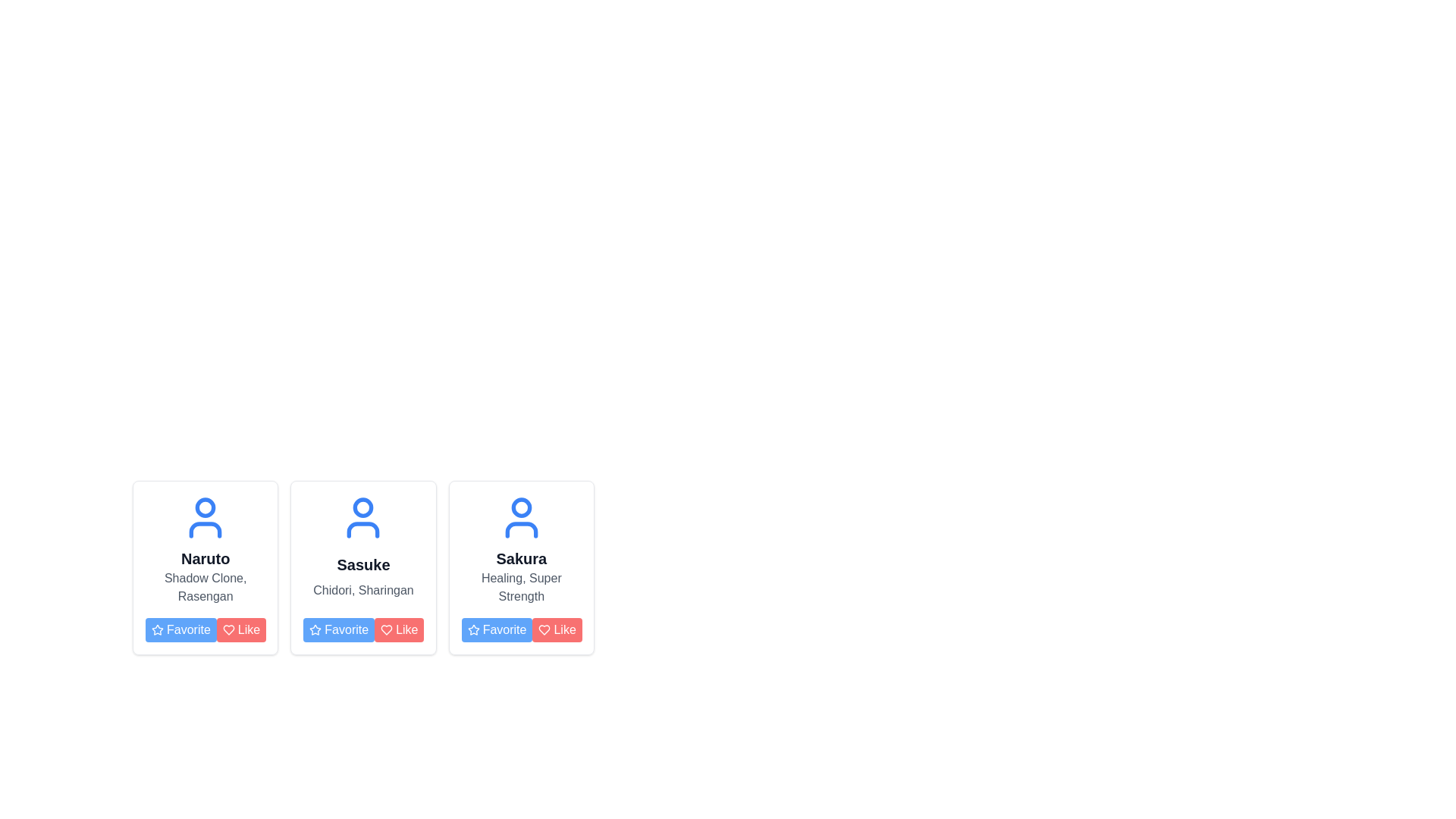 The height and width of the screenshot is (819, 1456). Describe the element at coordinates (544, 629) in the screenshot. I see `the heart icon-based 'like' button located in the bottom right corner of the 'Sakura' profile card to express positive feedback` at that location.